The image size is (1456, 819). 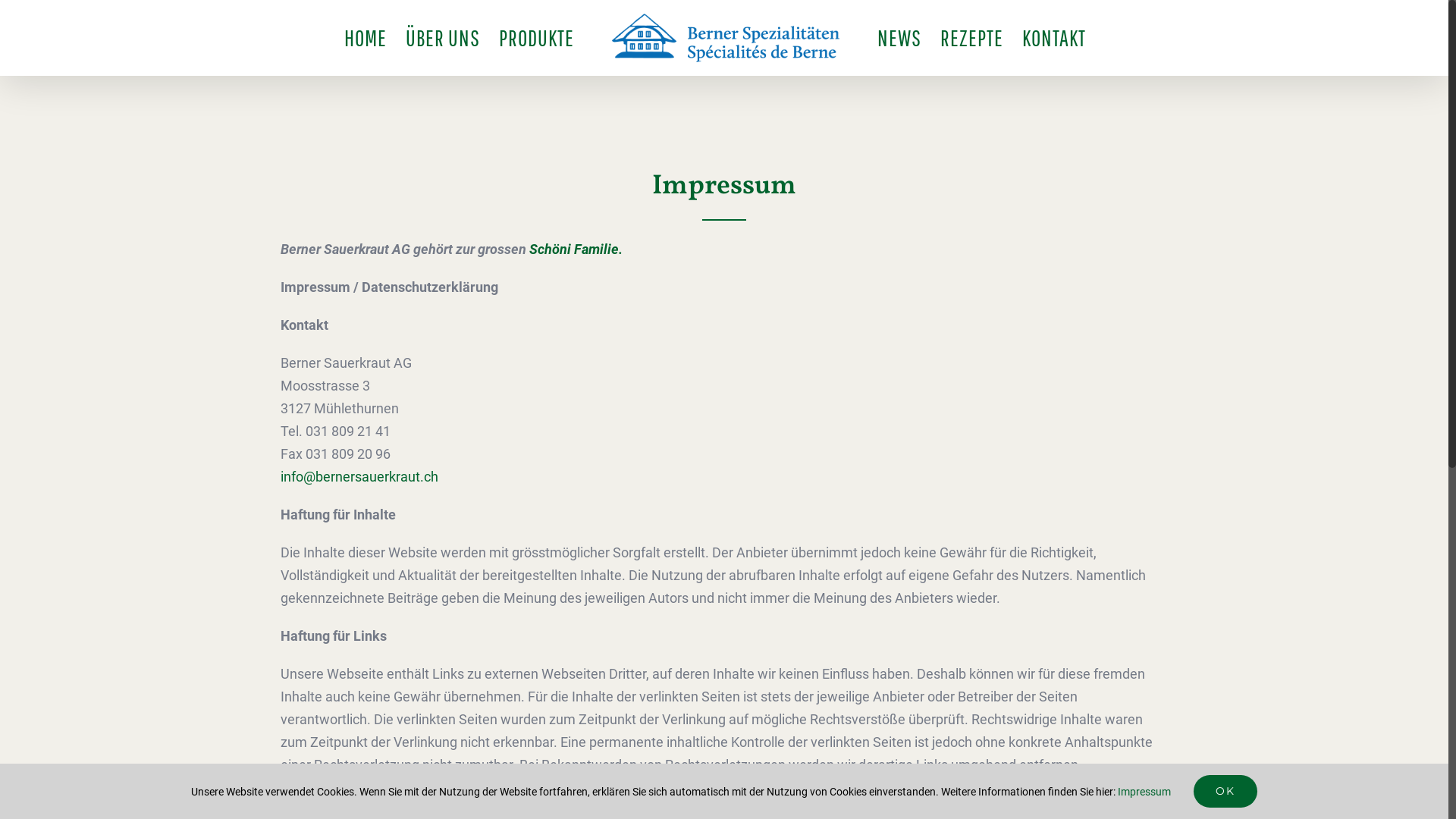 What do you see at coordinates (899, 37) in the screenshot?
I see `'NEWS'` at bounding box center [899, 37].